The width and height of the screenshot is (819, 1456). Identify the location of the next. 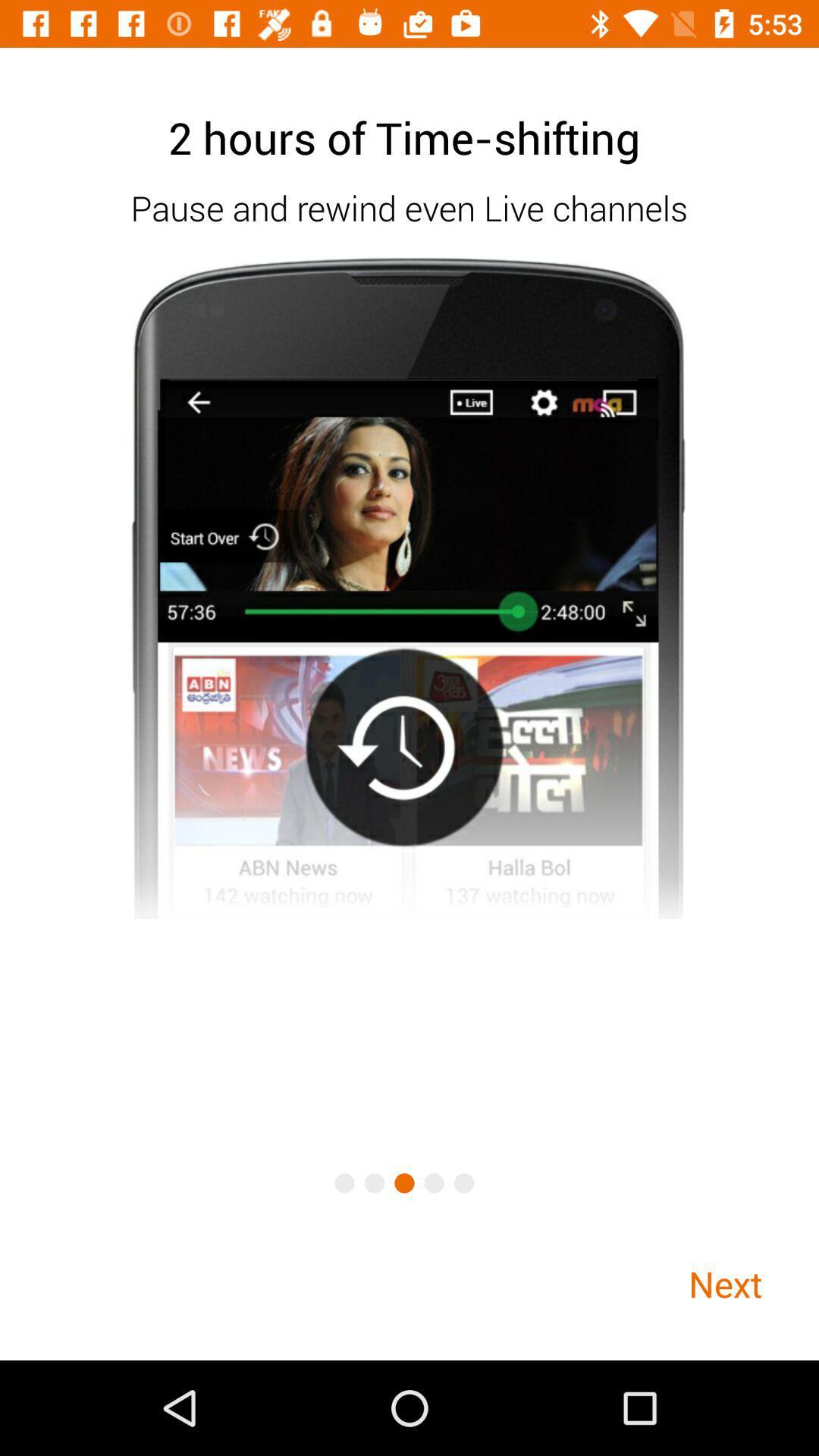
(724, 1283).